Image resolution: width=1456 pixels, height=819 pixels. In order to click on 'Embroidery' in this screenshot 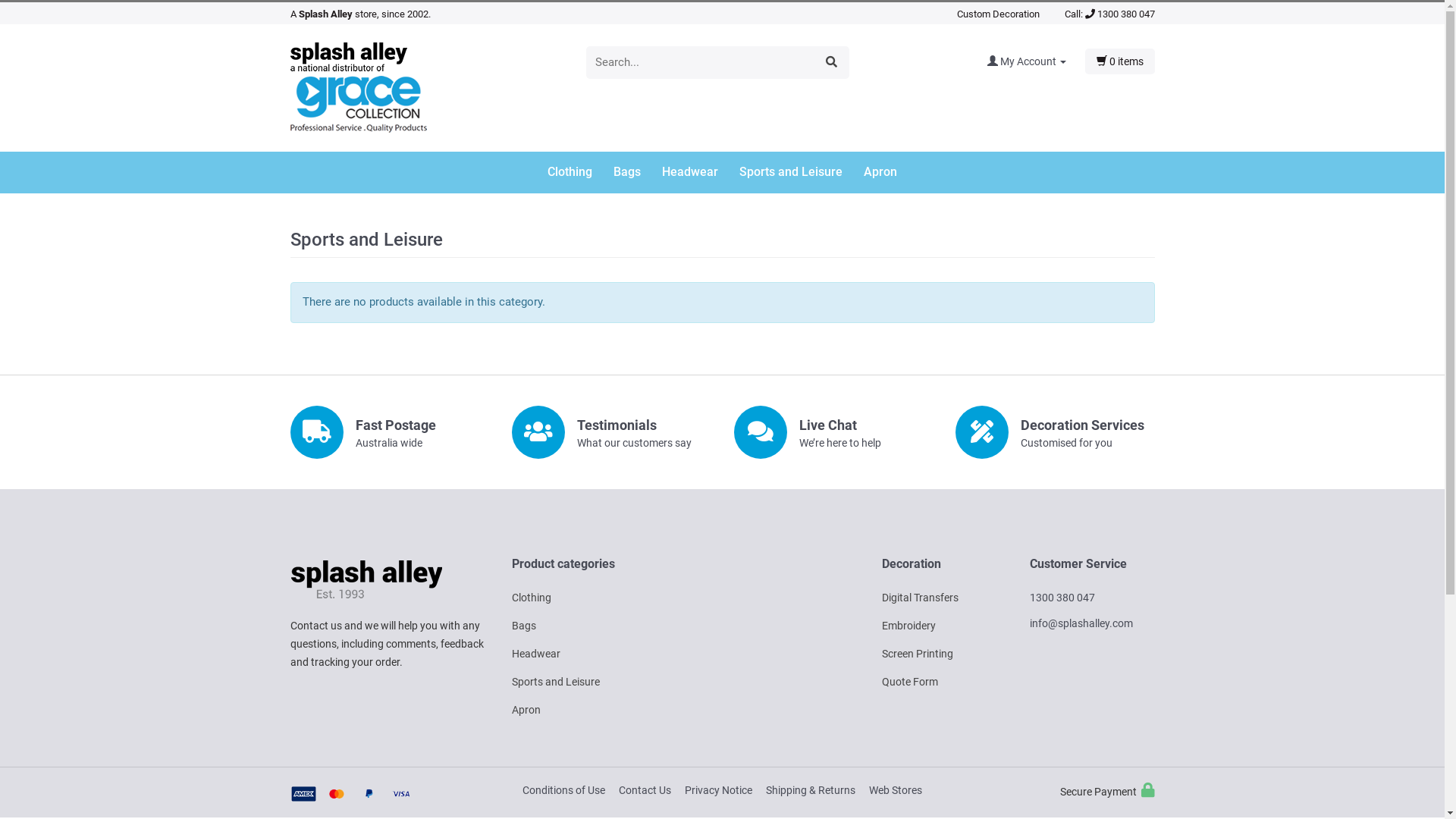, I will do `click(908, 626)`.